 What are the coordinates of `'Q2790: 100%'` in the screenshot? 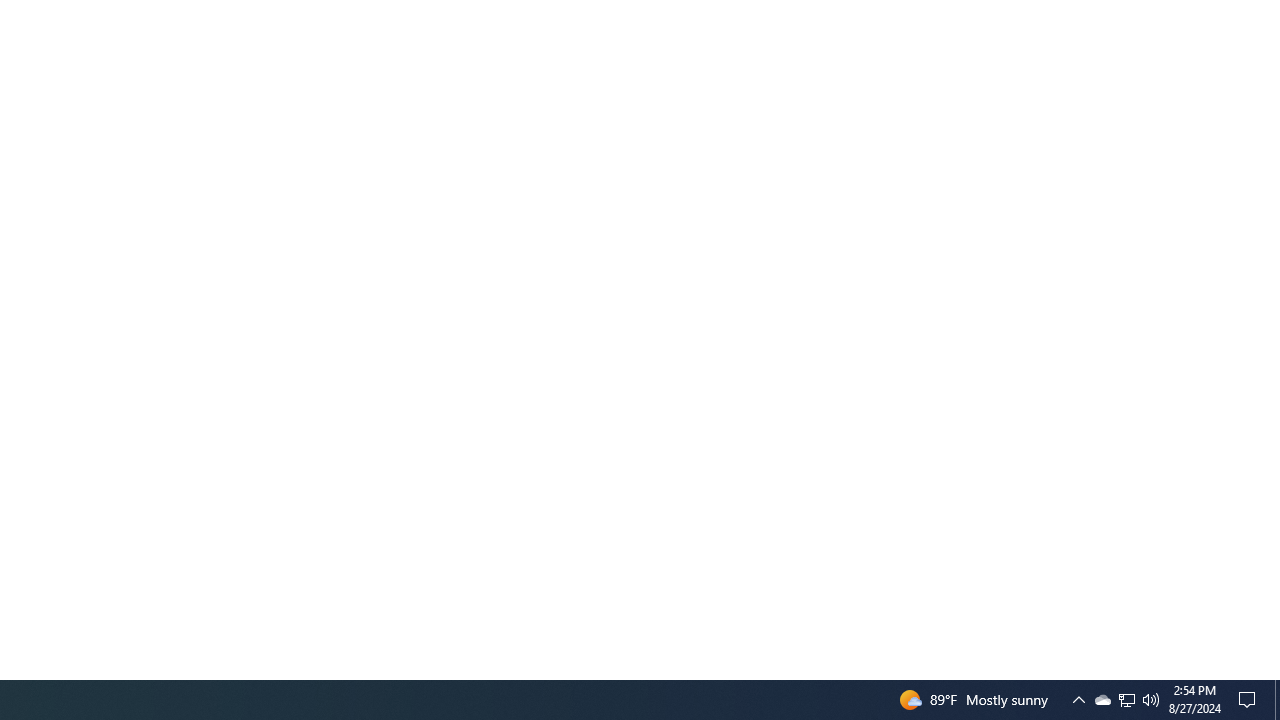 It's located at (1151, 698).